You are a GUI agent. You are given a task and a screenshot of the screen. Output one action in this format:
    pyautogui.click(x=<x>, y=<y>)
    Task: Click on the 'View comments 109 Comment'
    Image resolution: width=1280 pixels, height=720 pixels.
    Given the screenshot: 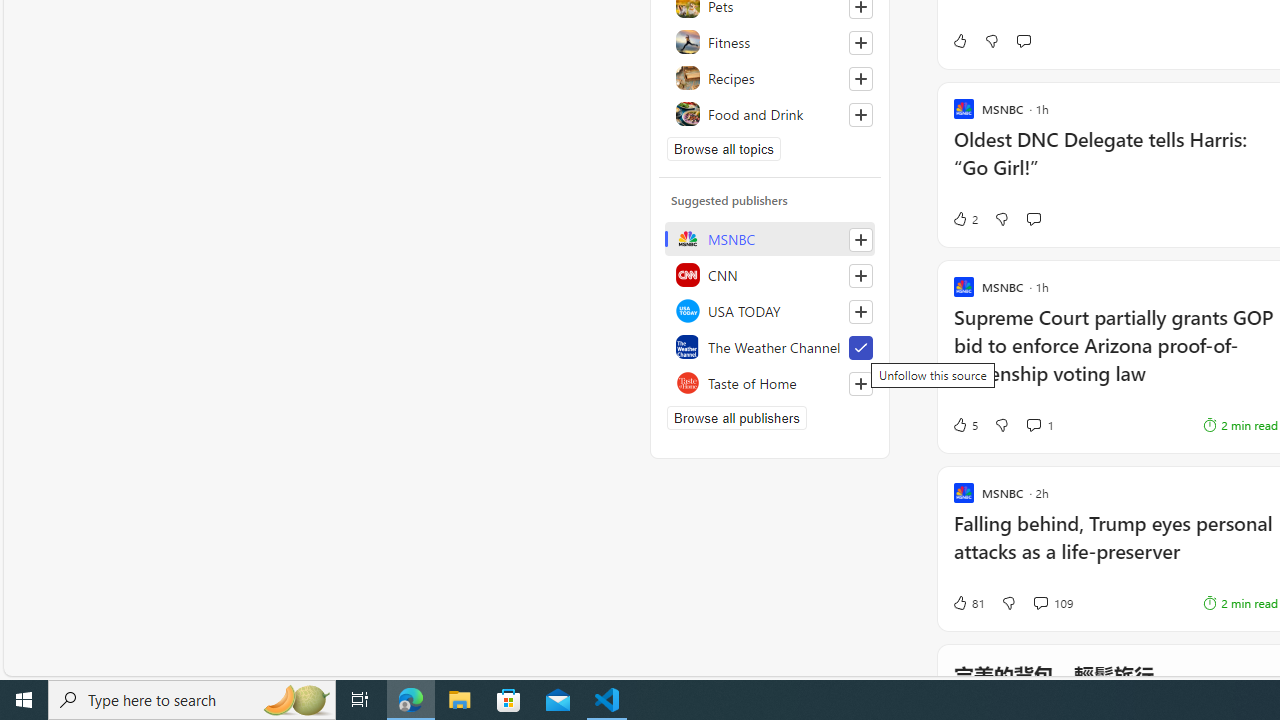 What is the action you would take?
    pyautogui.click(x=1051, y=602)
    